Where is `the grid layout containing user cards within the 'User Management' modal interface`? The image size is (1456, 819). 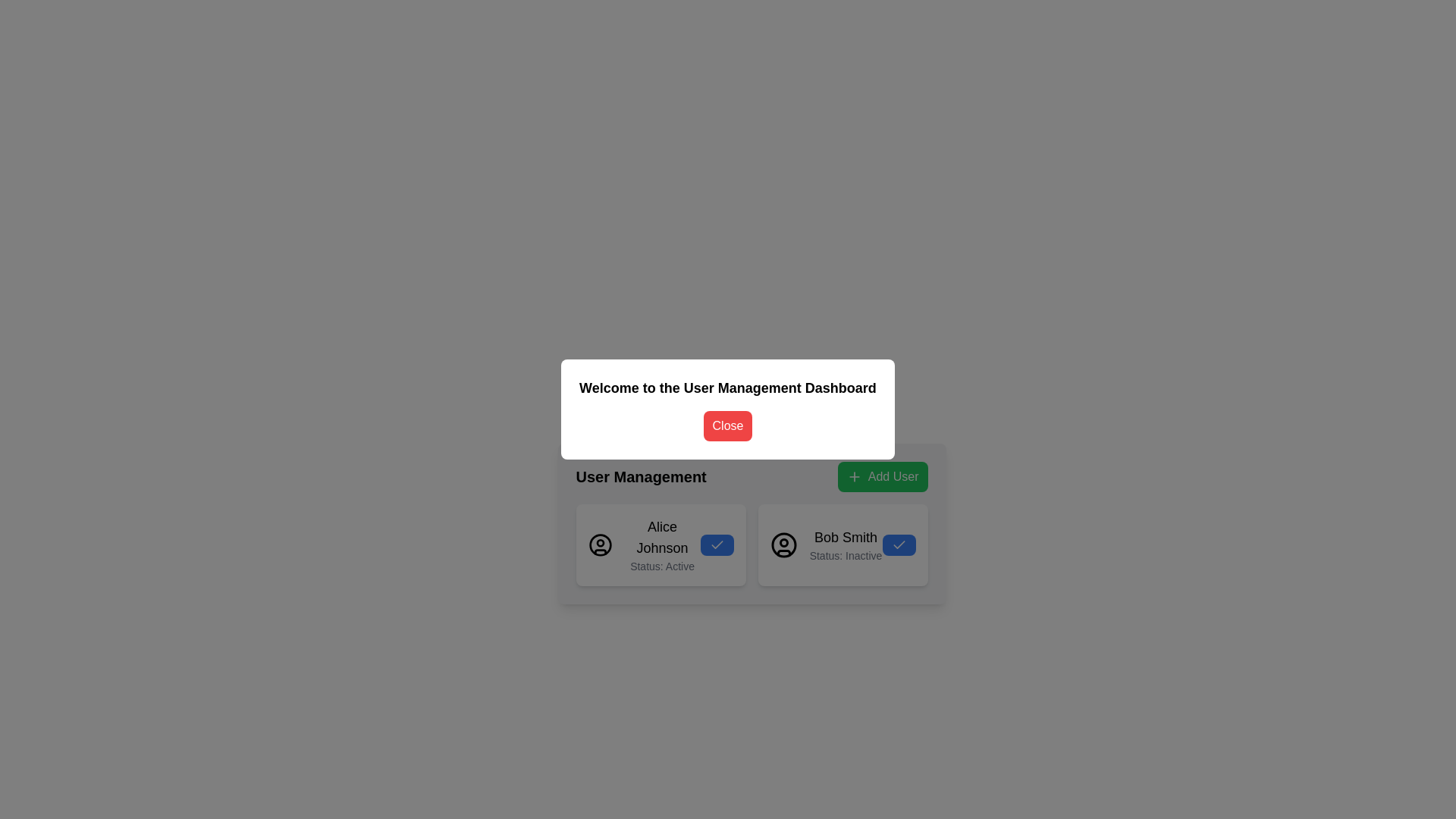 the grid layout containing user cards within the 'User Management' modal interface is located at coordinates (752, 544).